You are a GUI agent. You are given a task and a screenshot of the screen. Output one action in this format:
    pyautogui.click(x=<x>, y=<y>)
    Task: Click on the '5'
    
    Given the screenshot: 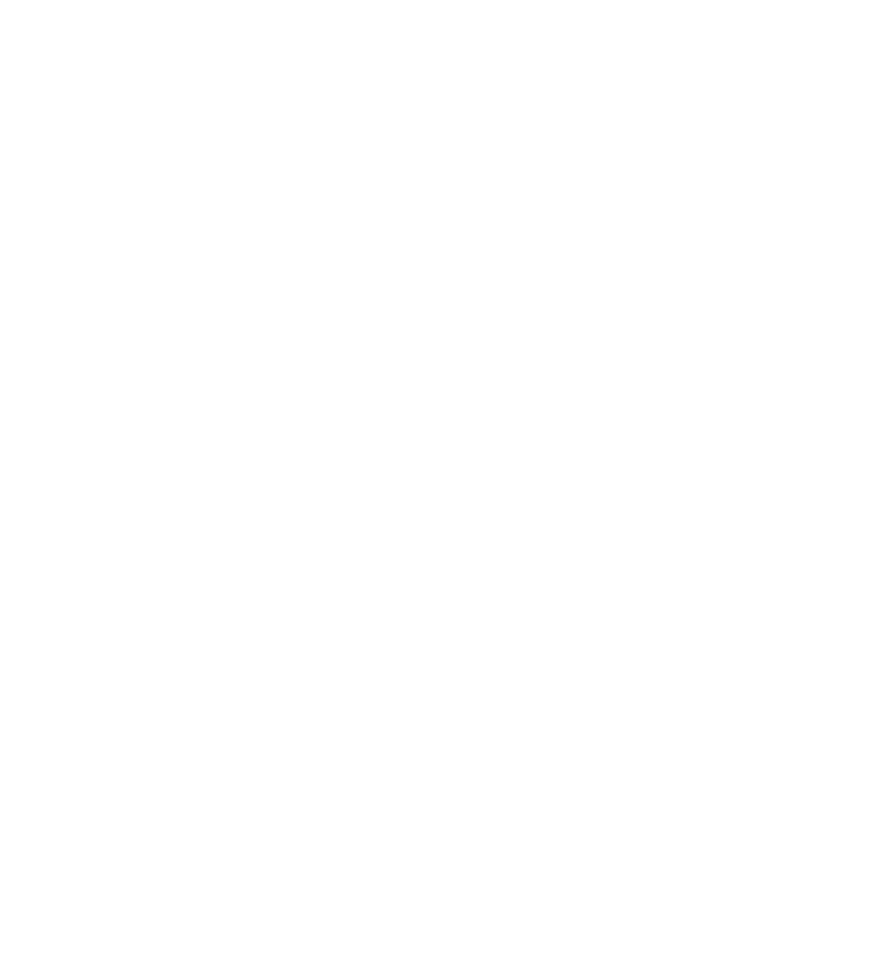 What is the action you would take?
    pyautogui.click(x=398, y=695)
    